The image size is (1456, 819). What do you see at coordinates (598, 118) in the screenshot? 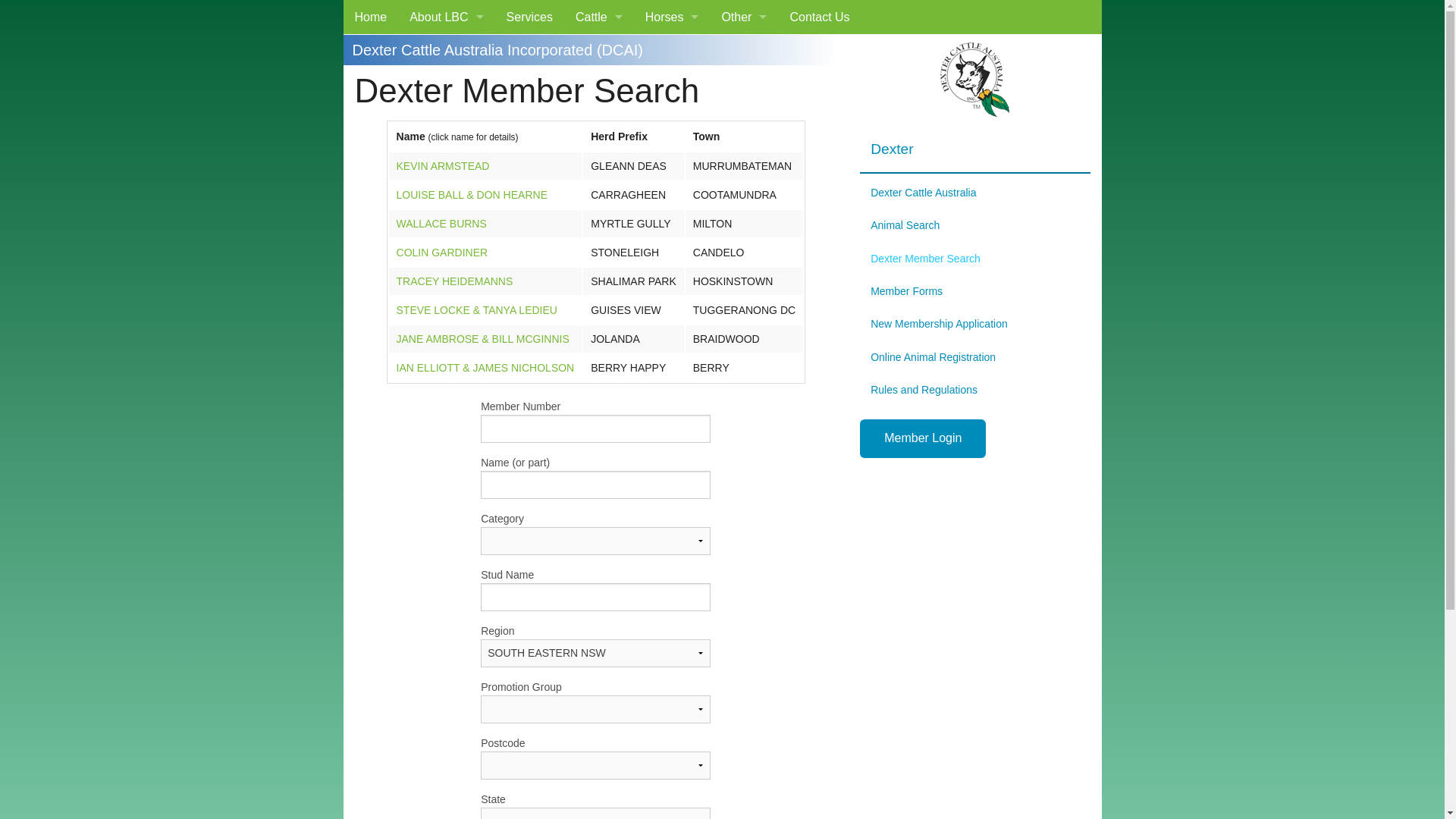
I see `'Dairy Shorthorn'` at bounding box center [598, 118].